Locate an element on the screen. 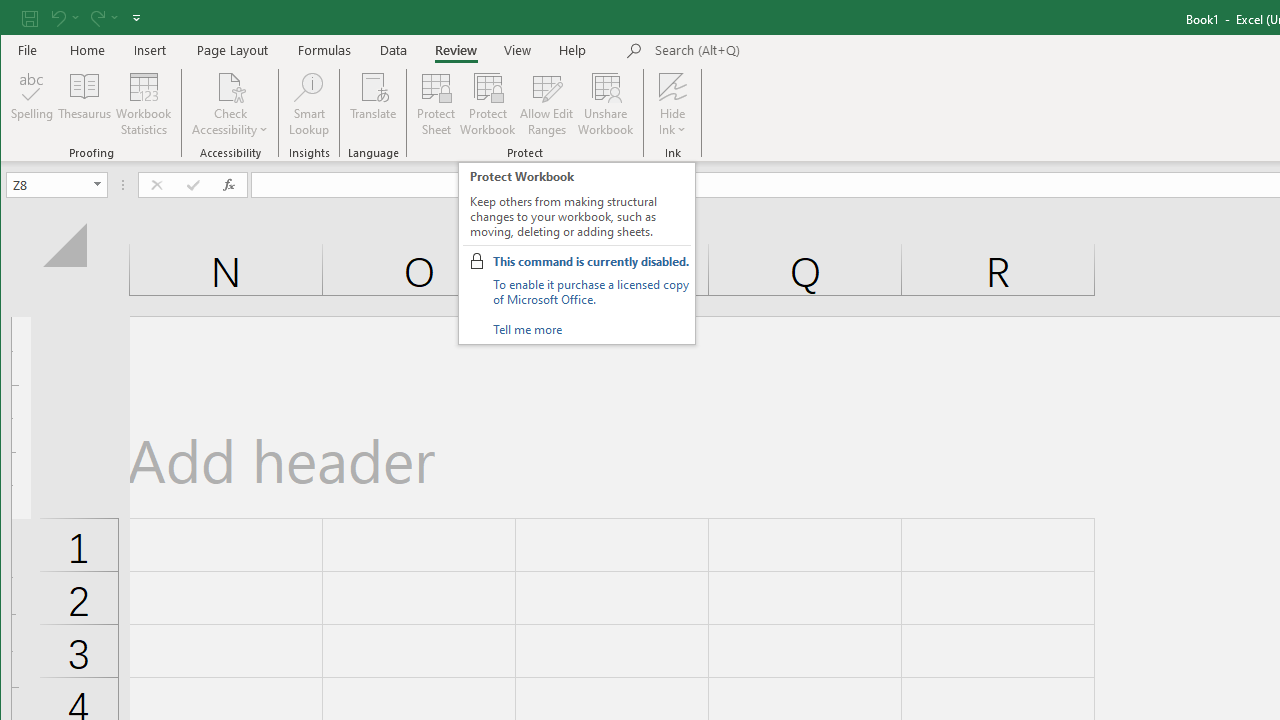 This screenshot has width=1280, height=720. 'Review' is located at coordinates (455, 49).